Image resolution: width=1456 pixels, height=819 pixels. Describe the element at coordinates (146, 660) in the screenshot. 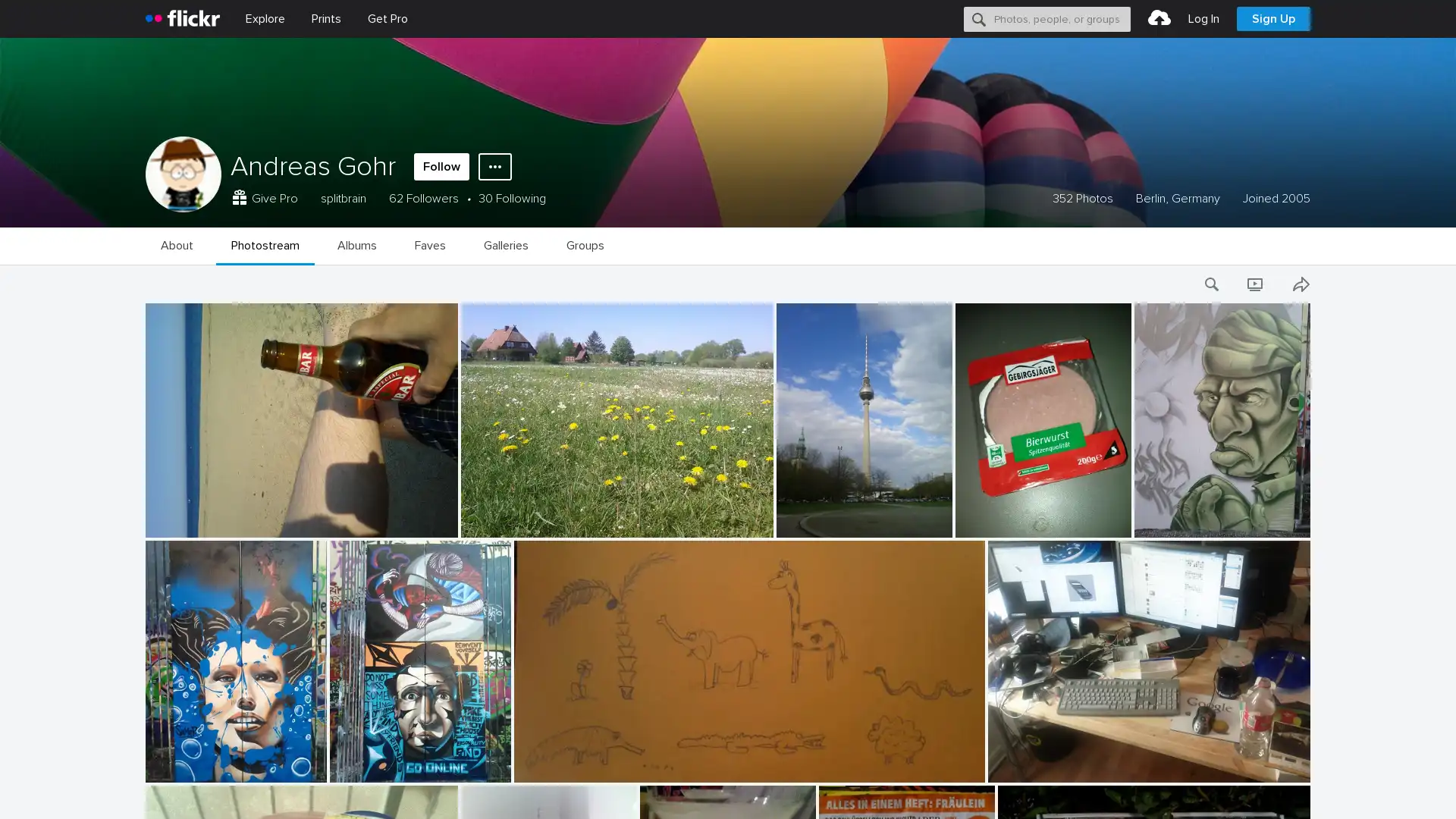

I see `Add to Favorites` at that location.